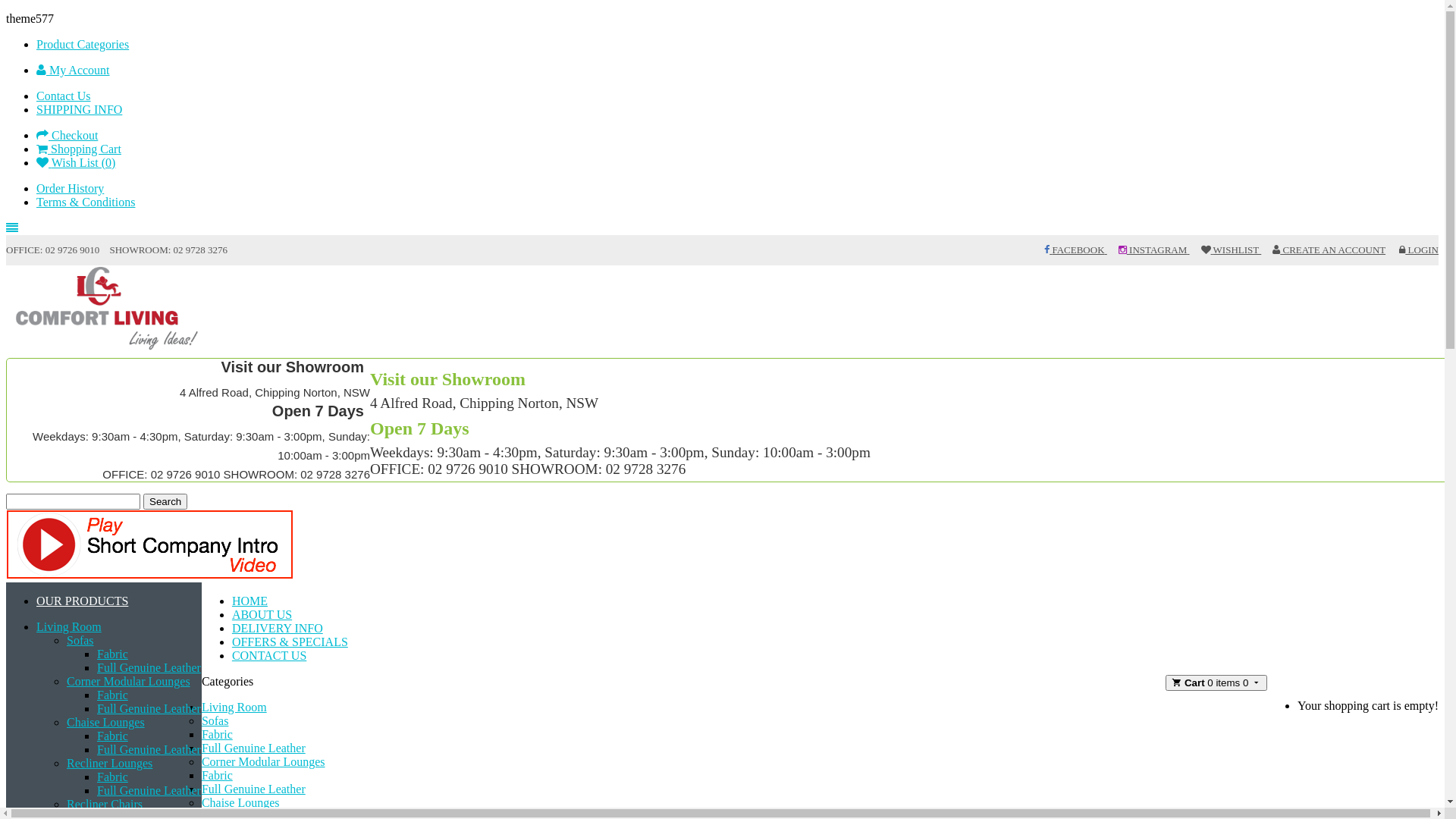  Describe the element at coordinates (1398, 249) in the screenshot. I see `'LOGIN'` at that location.